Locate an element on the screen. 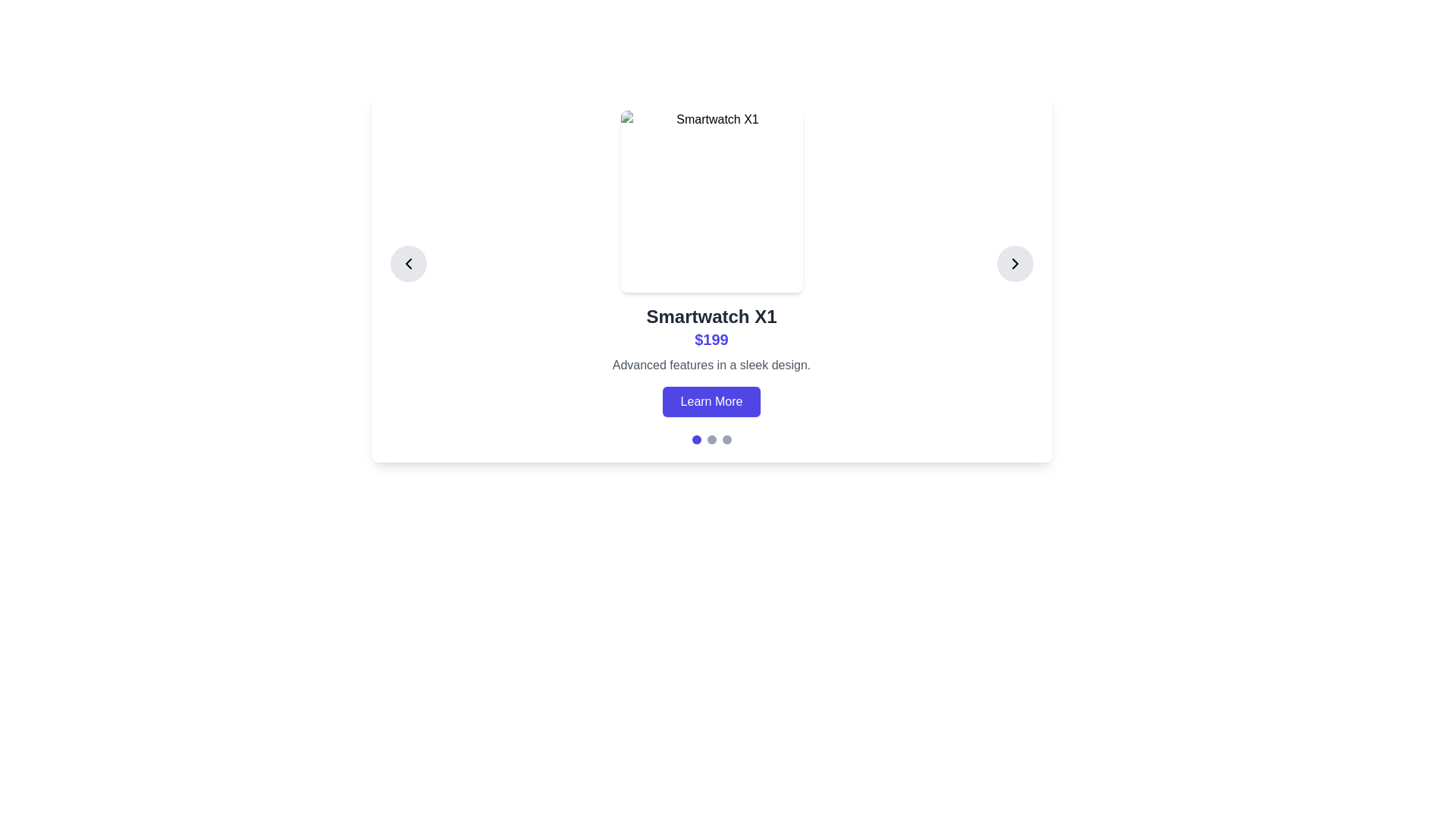 This screenshot has width=1456, height=819. the left navigation button icon in the carousel is located at coordinates (408, 262).